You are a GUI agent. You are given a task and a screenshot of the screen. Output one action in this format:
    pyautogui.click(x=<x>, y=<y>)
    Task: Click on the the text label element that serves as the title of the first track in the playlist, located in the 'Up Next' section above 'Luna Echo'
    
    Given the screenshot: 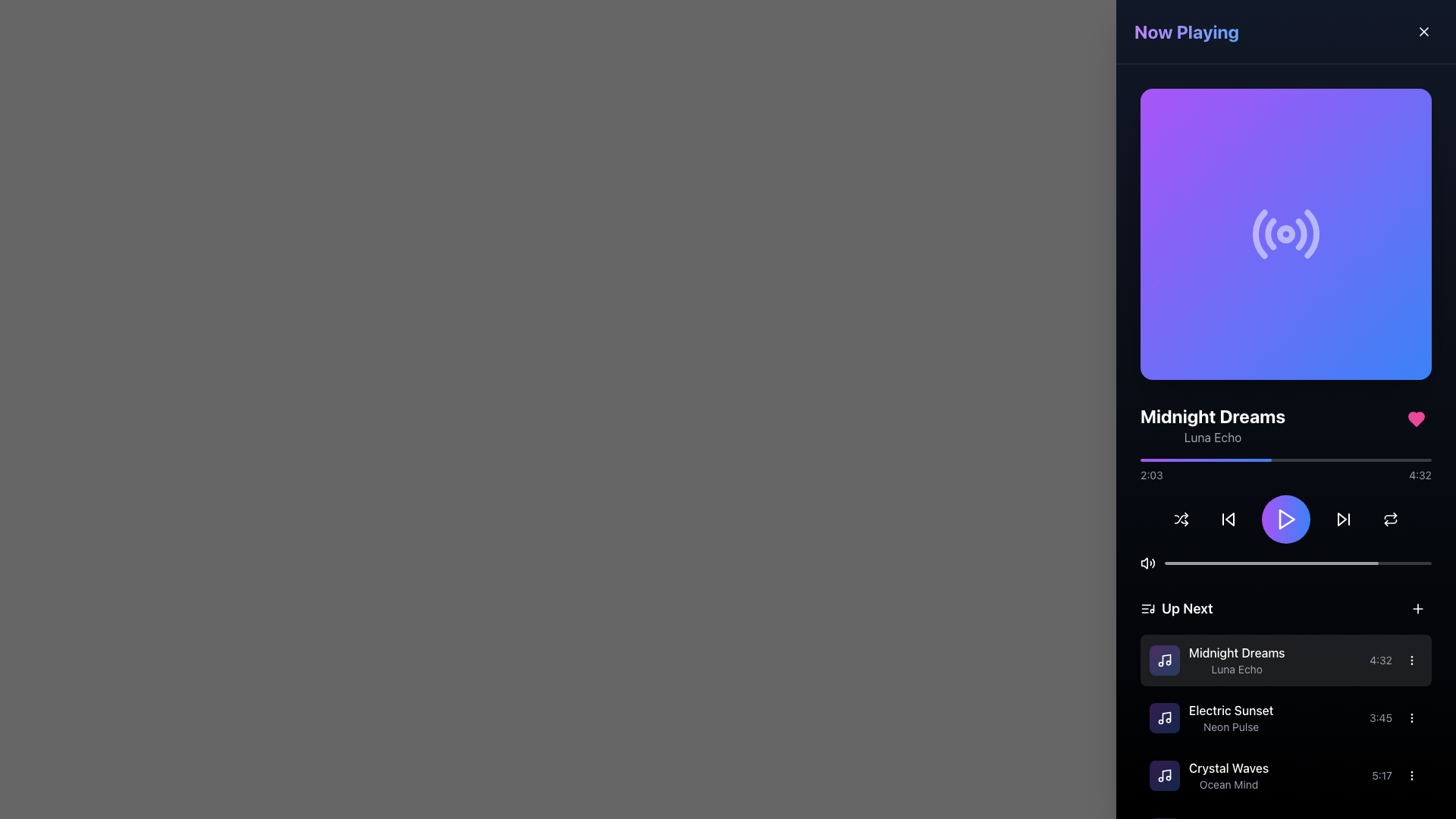 What is the action you would take?
    pyautogui.click(x=1237, y=651)
    